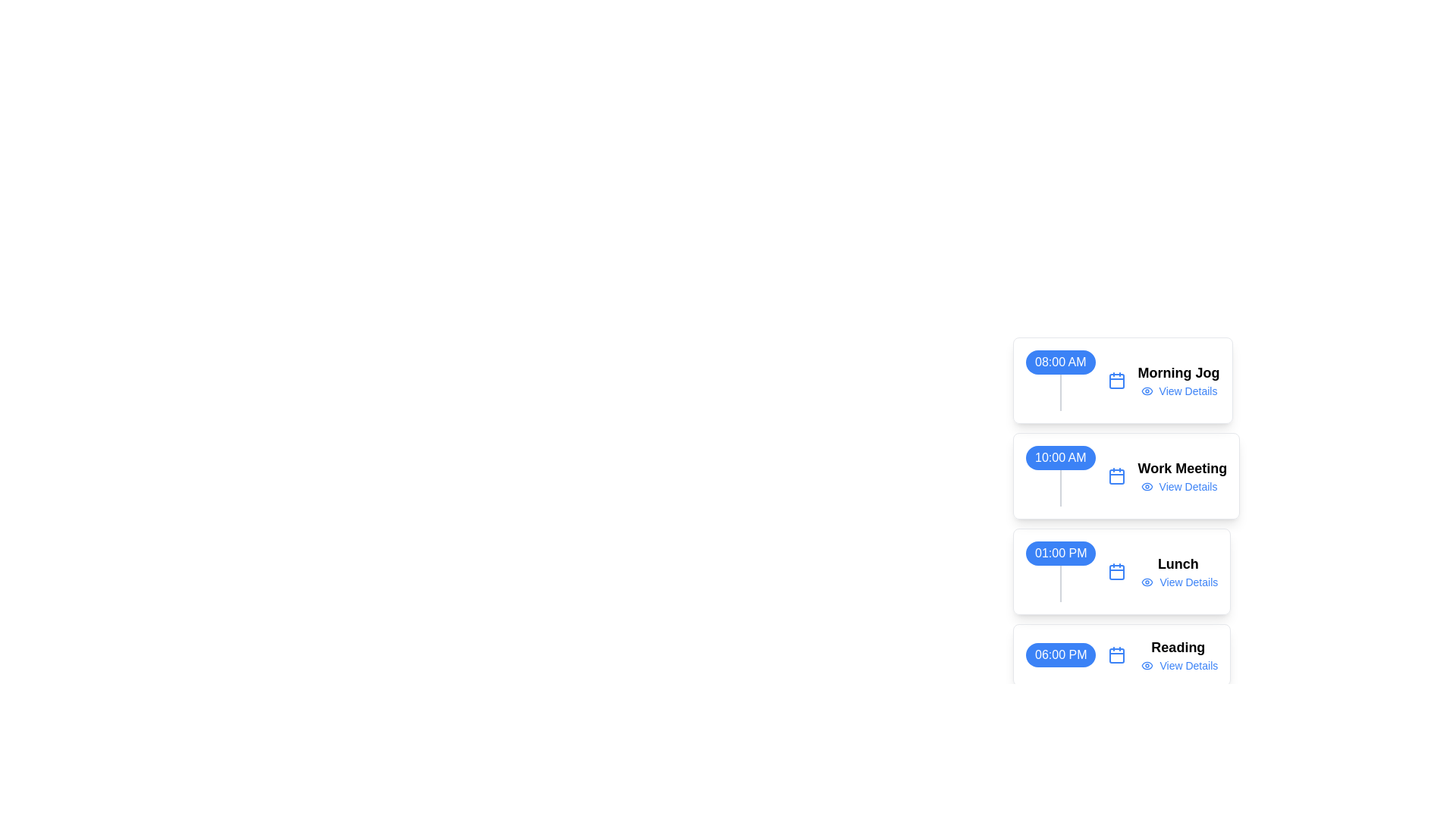  Describe the element at coordinates (1181, 486) in the screenshot. I see `the hyperlink with an accompanying icon that links to additional details about the 'Work Meeting' positioned below the 'Work Meeting' title at '10:00 AM'` at that location.